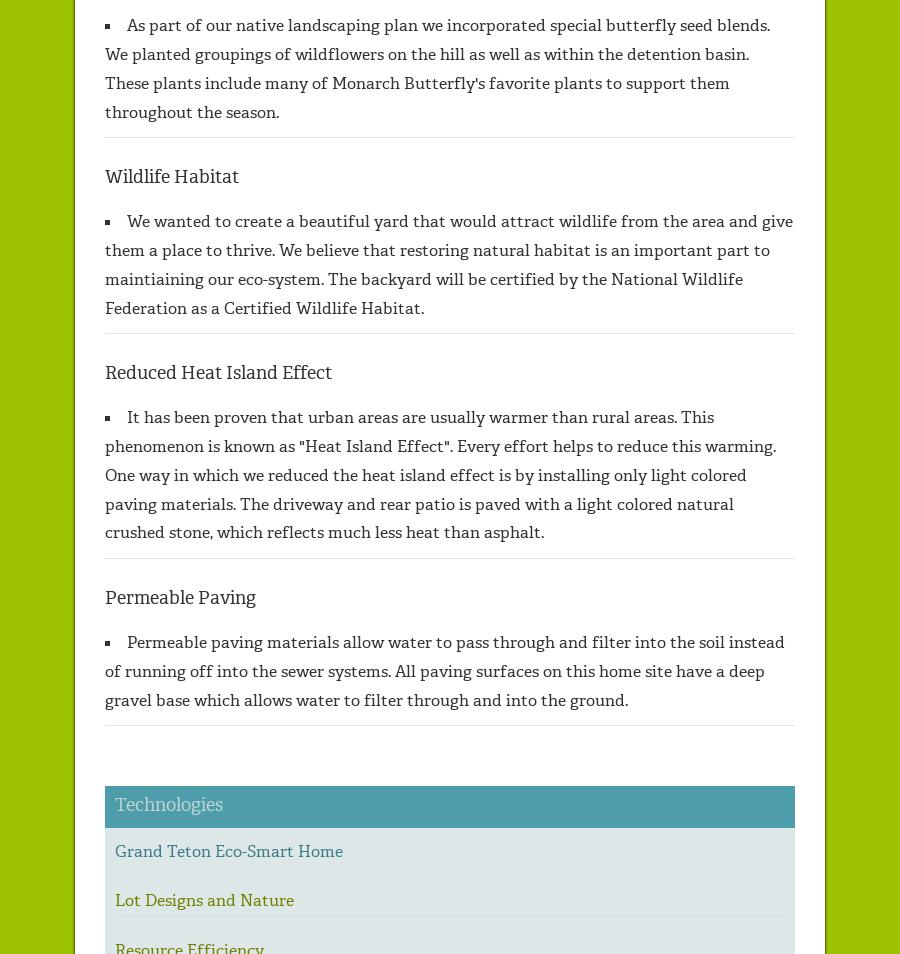 The height and width of the screenshot is (954, 900). Describe the element at coordinates (227, 850) in the screenshot. I see `'Grand Teton Eco-Smart Home'` at that location.